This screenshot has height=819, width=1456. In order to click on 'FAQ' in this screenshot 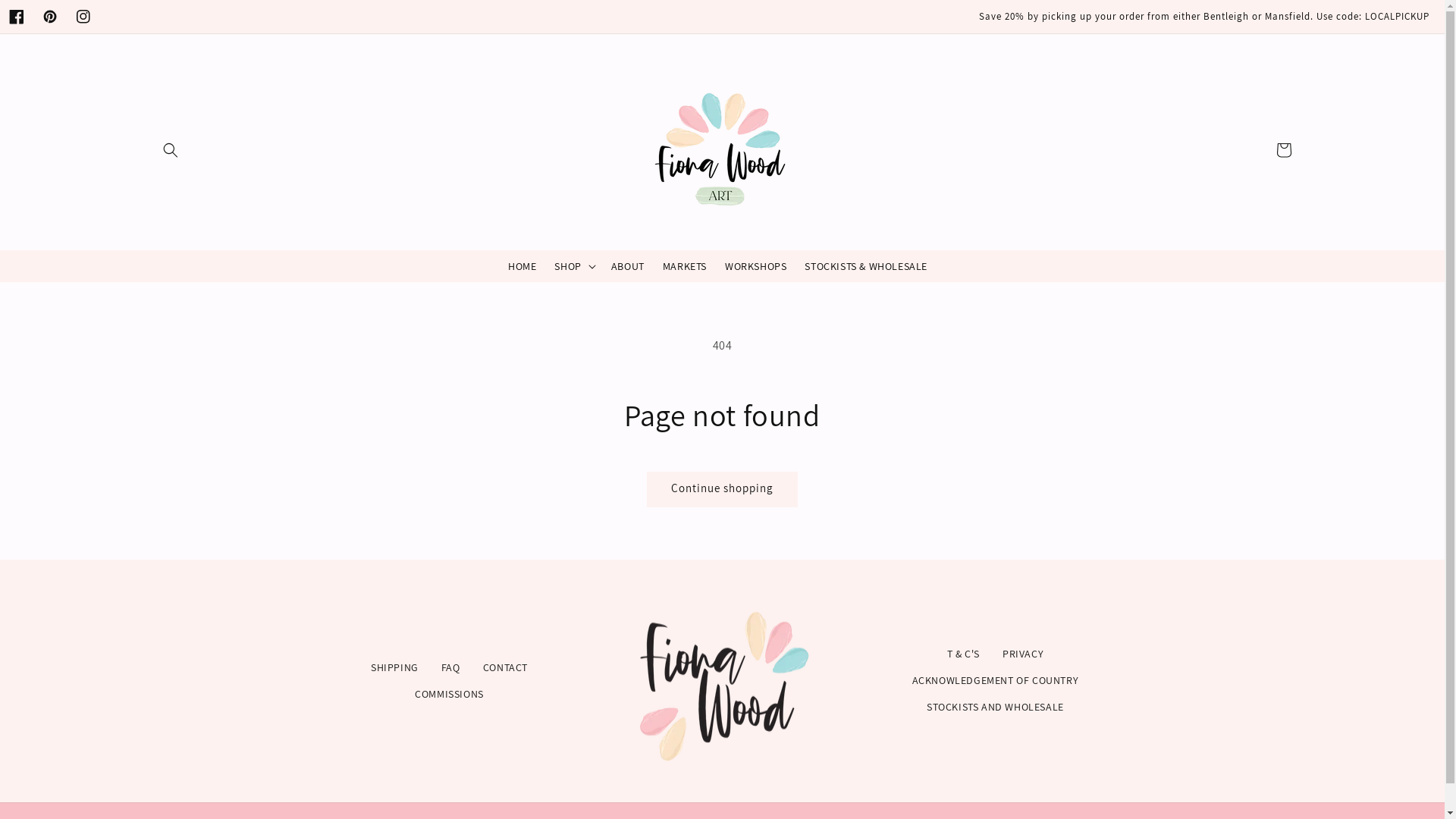, I will do `click(450, 667)`.